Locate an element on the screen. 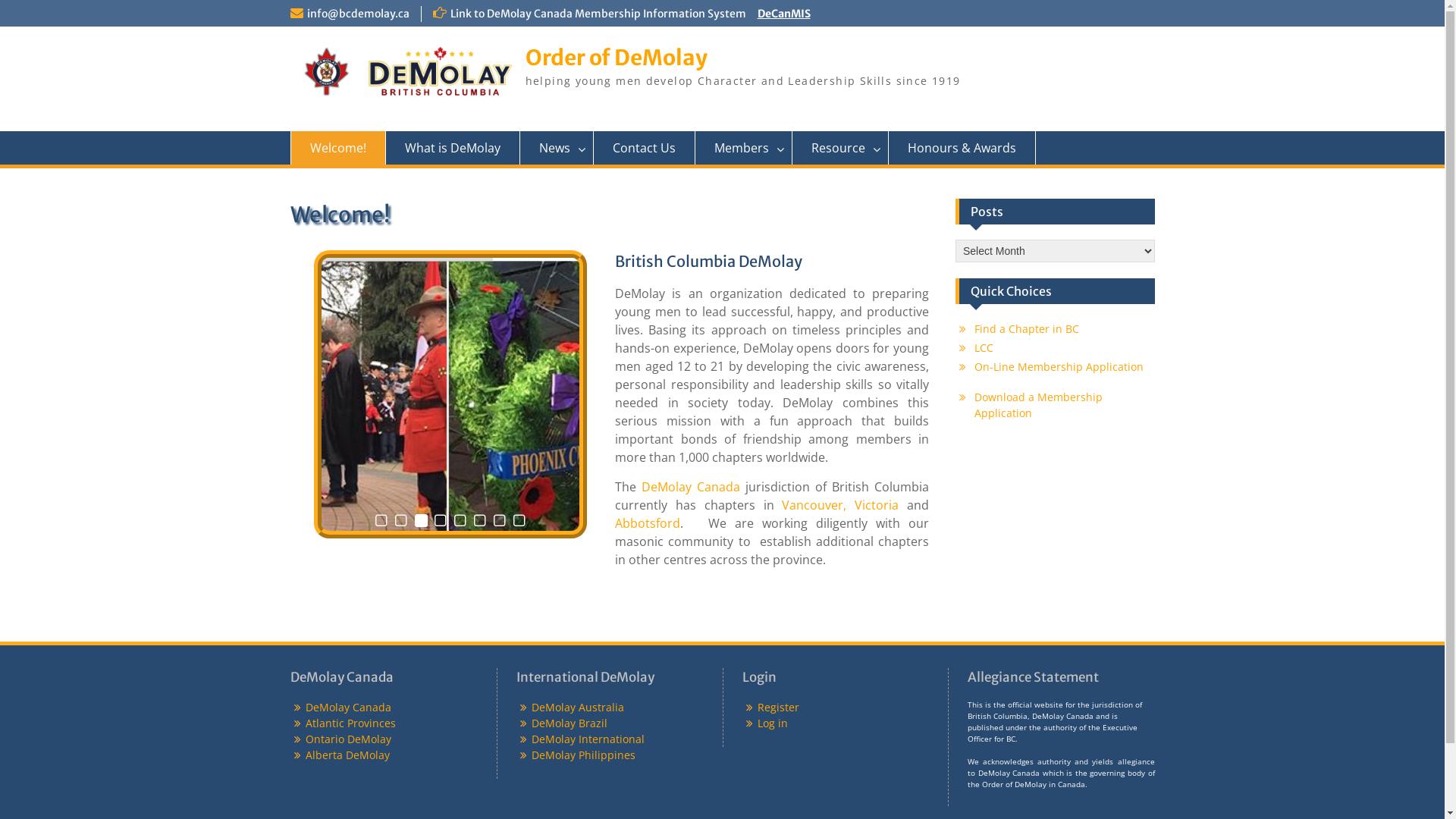  'Ontario DeMolay' is located at coordinates (347, 738).